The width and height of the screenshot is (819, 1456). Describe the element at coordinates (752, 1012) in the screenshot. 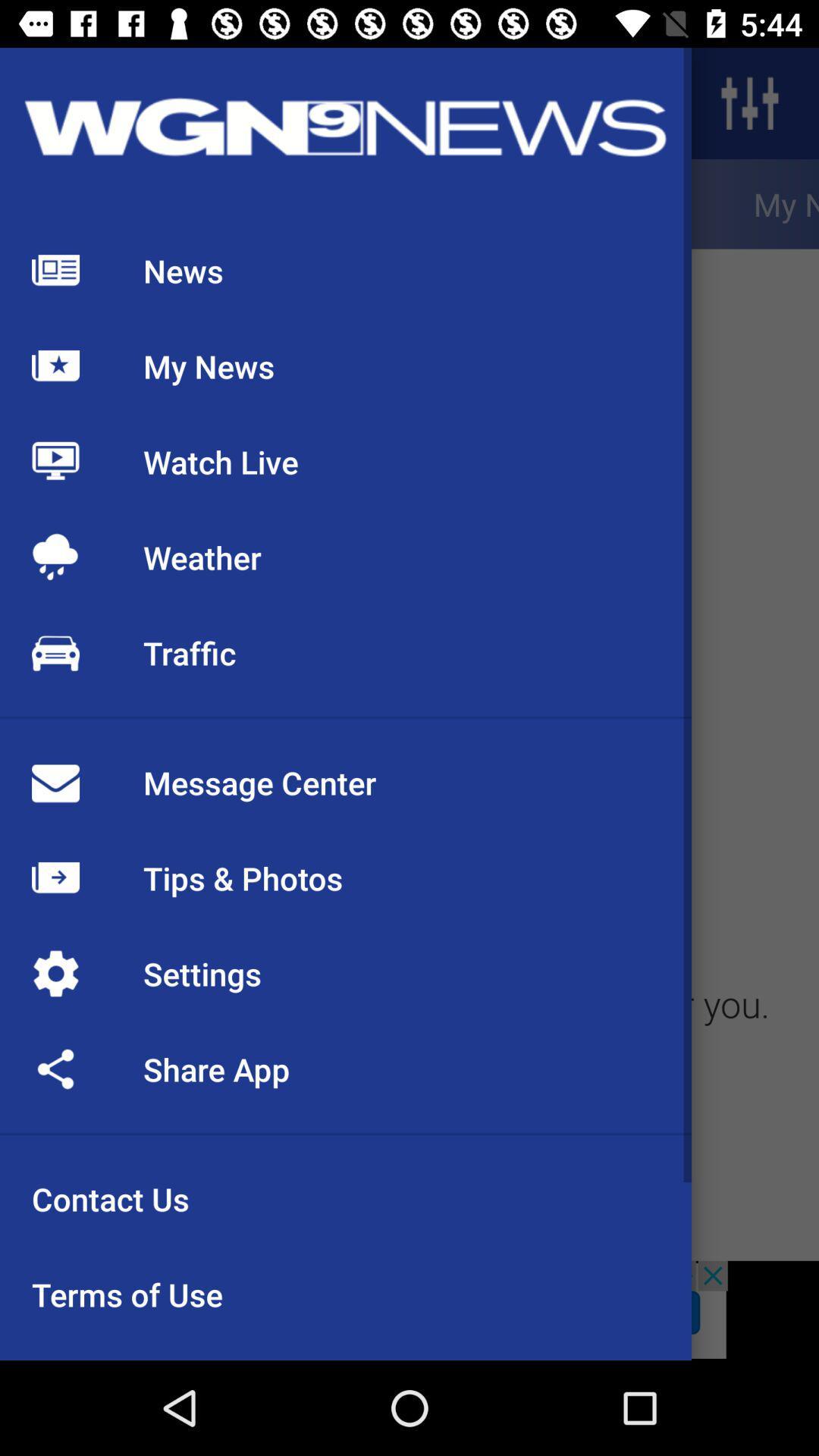

I see `you` at that location.